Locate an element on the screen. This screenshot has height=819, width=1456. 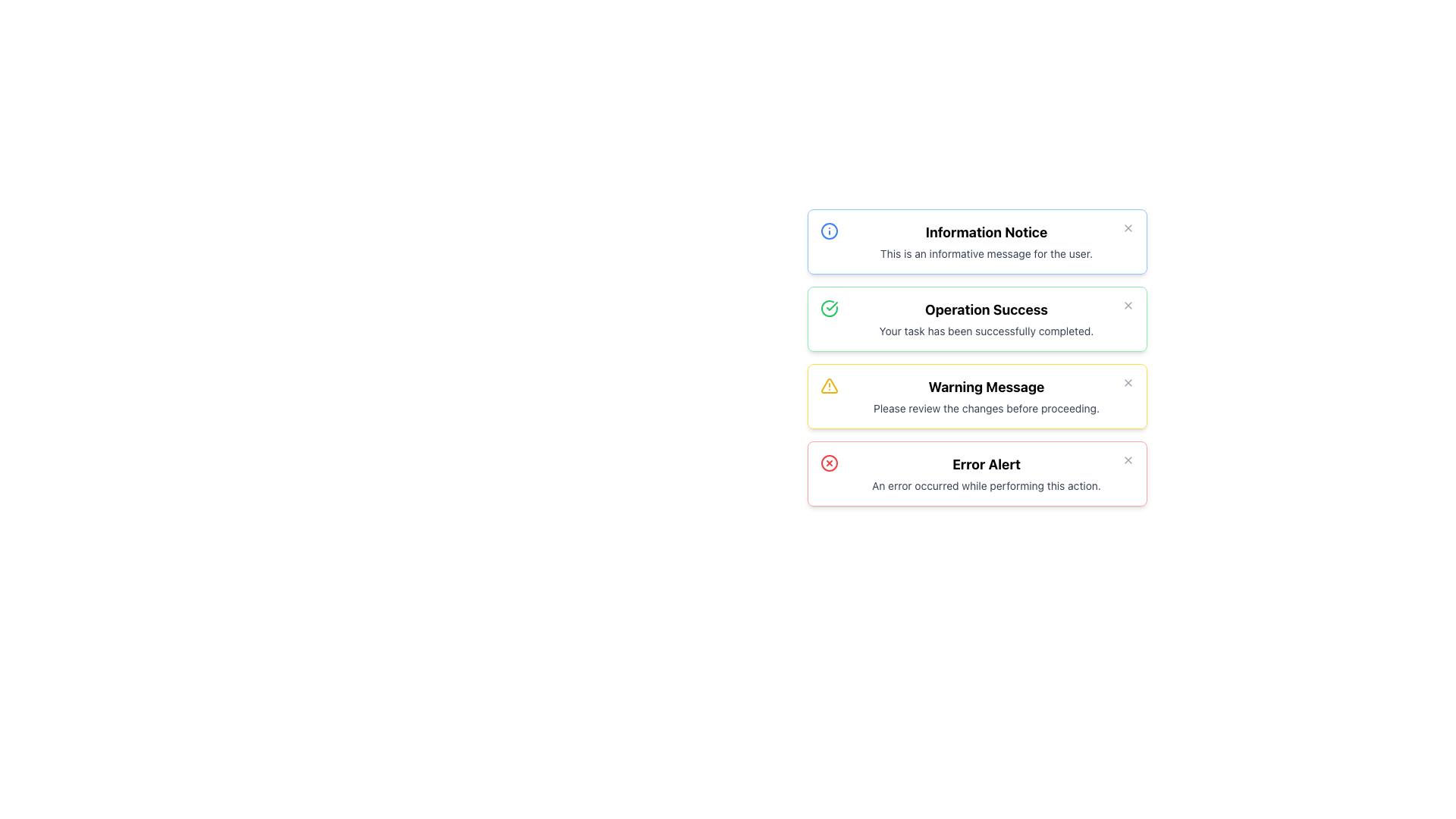
the success notification card that is the second in a vertical list of four cards, positioned below 'Information Notice' and above 'Warning Message' is located at coordinates (977, 318).